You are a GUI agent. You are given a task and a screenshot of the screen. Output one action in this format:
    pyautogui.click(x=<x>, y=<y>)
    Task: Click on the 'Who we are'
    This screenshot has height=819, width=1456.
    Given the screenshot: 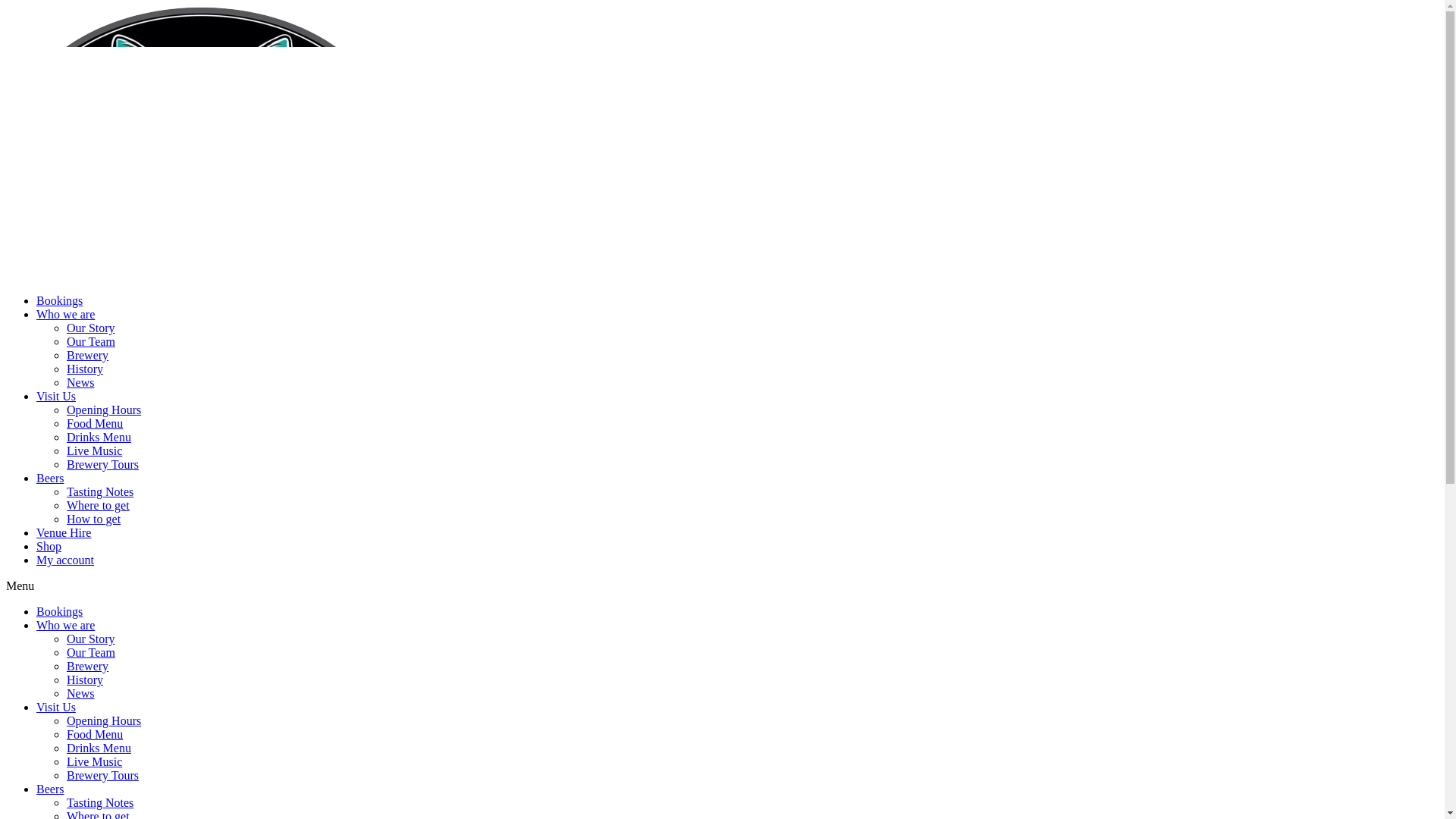 What is the action you would take?
    pyautogui.click(x=64, y=625)
    